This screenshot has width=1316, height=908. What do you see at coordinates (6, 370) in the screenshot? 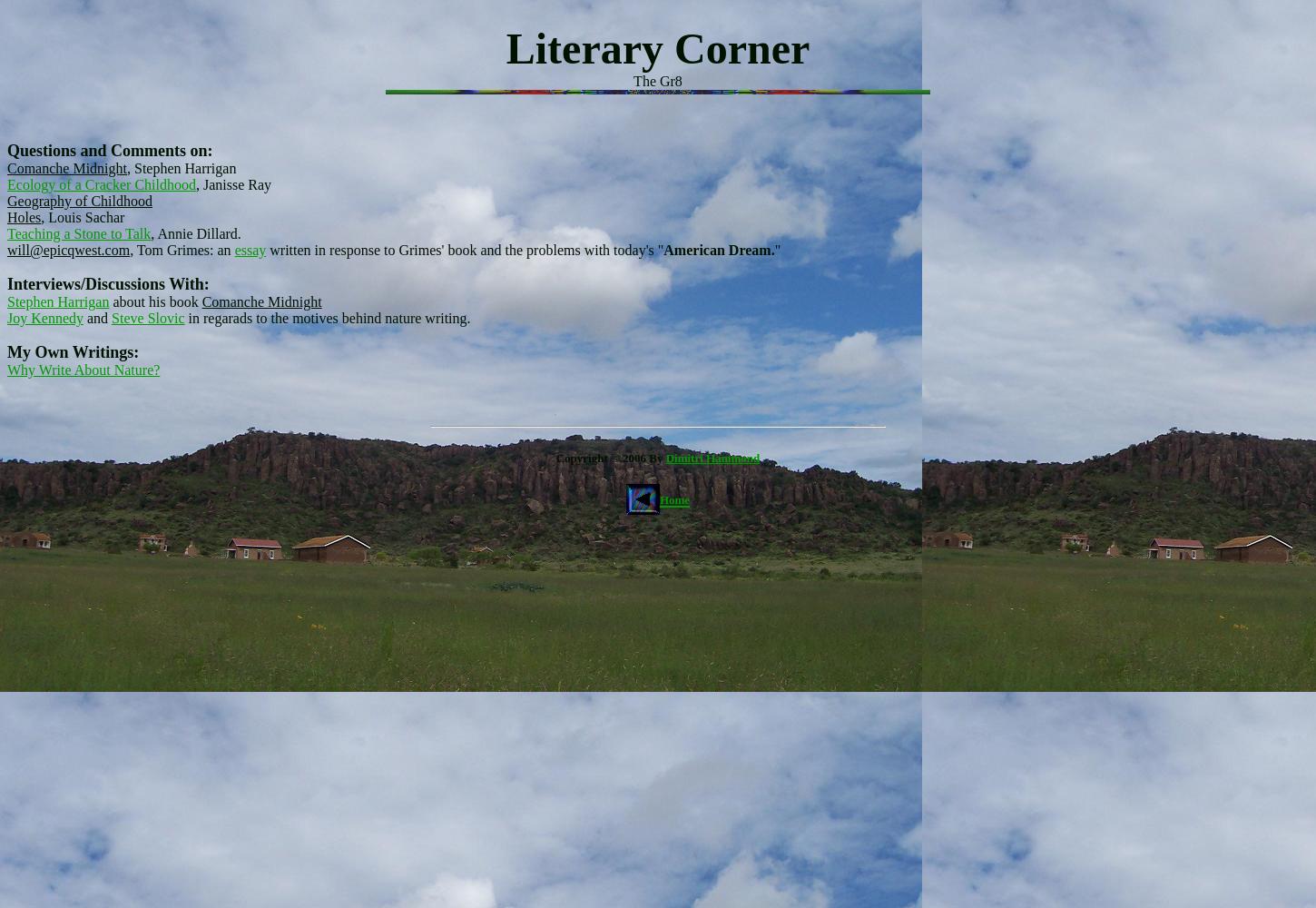
I see `'Why Write About Nature?'` at bounding box center [6, 370].